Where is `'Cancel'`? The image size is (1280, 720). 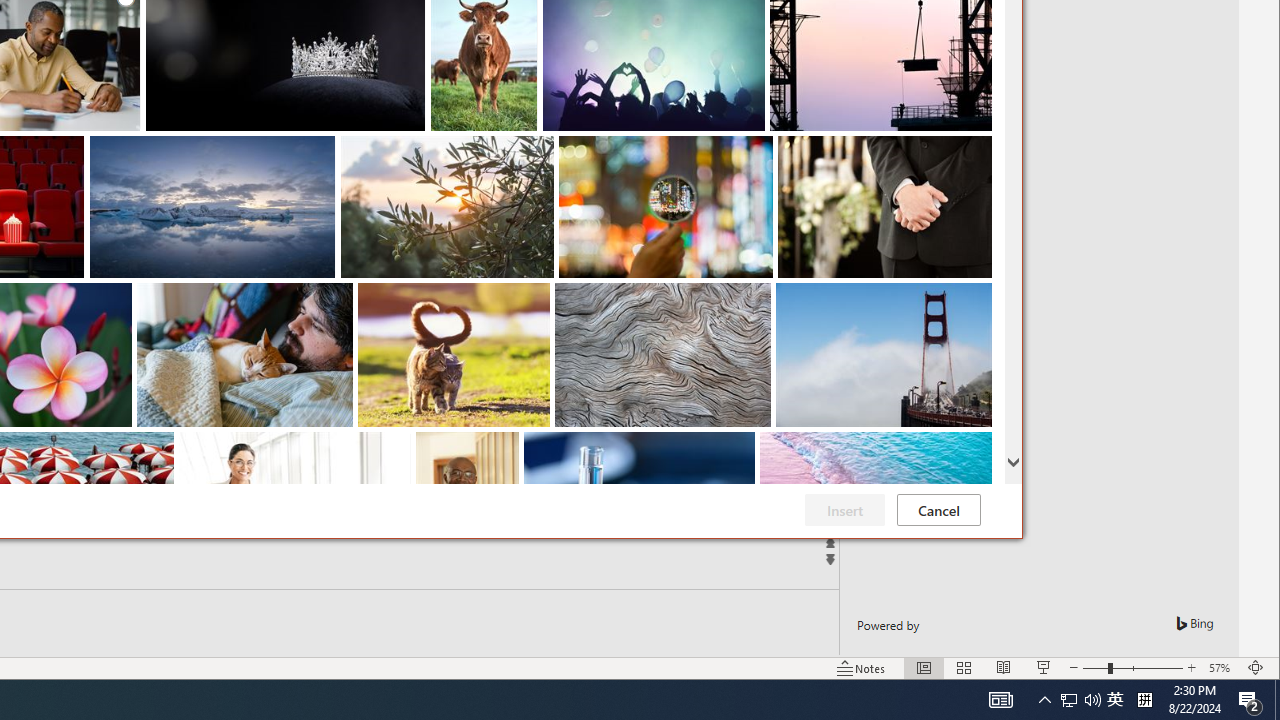
'Cancel' is located at coordinates (937, 509).